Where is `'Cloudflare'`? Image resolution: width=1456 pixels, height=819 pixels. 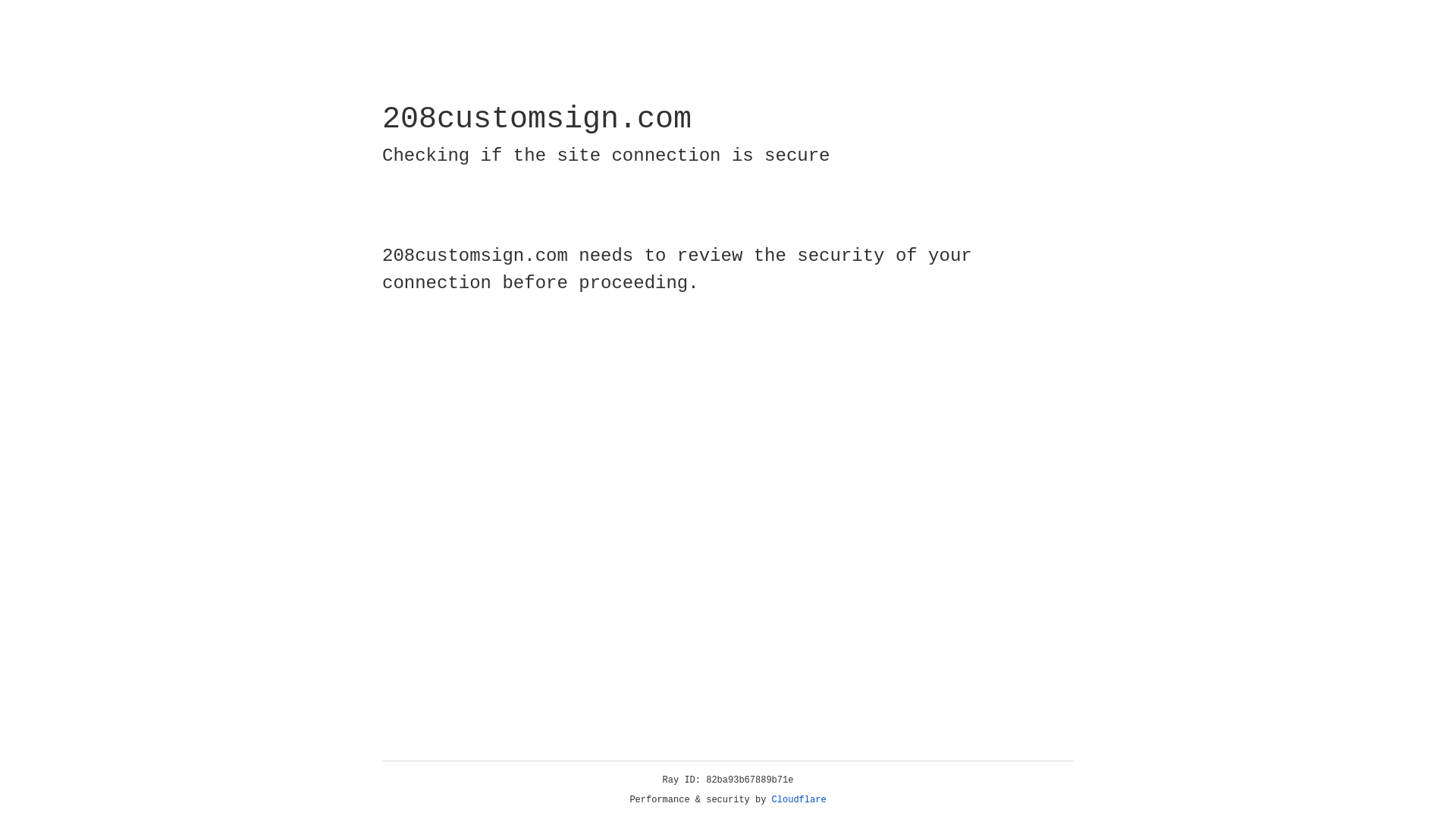
'Cloudflare' is located at coordinates (799, 799).